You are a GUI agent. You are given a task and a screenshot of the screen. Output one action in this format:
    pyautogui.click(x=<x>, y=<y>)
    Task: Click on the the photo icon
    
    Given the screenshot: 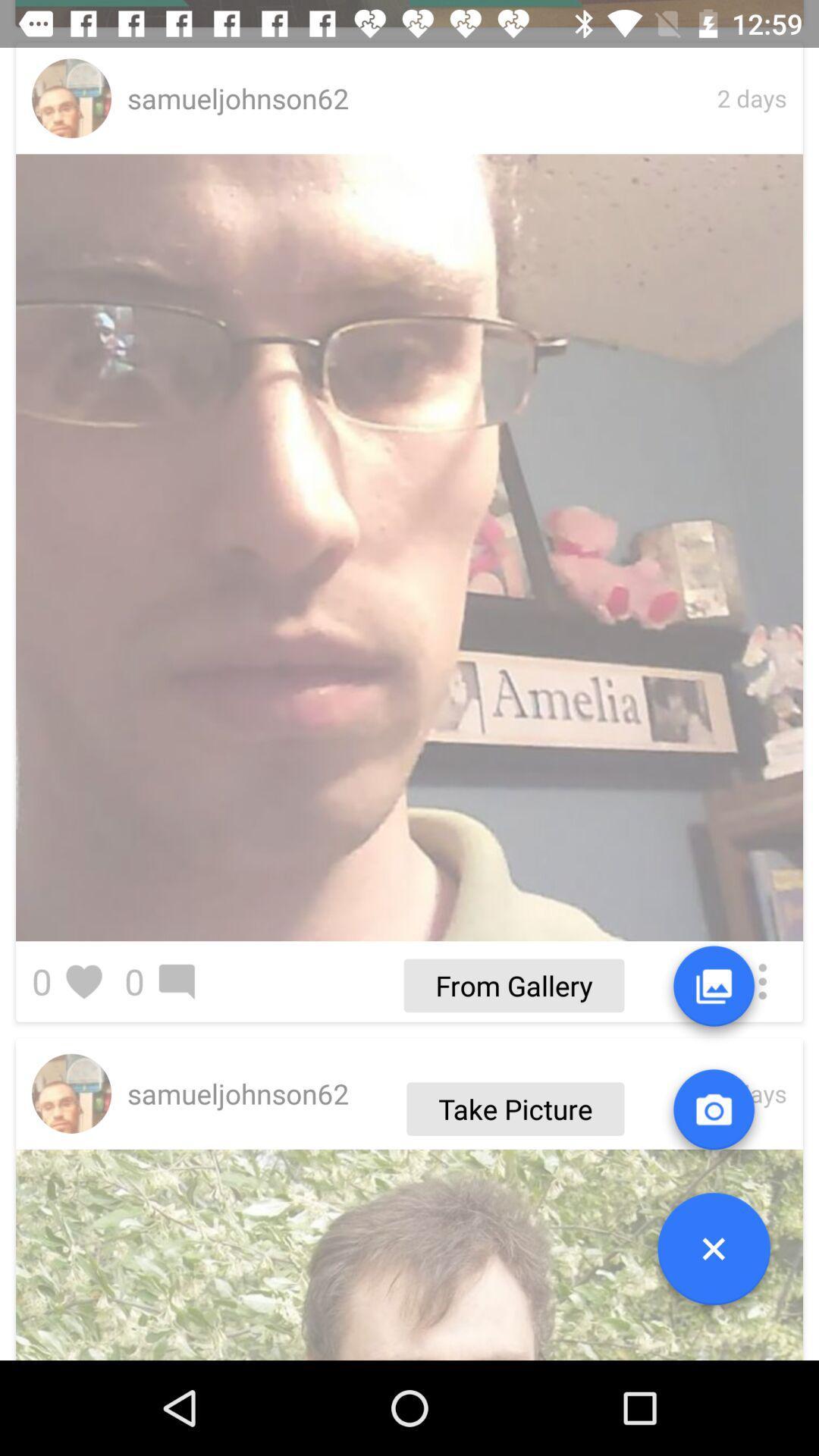 What is the action you would take?
    pyautogui.click(x=714, y=1116)
    